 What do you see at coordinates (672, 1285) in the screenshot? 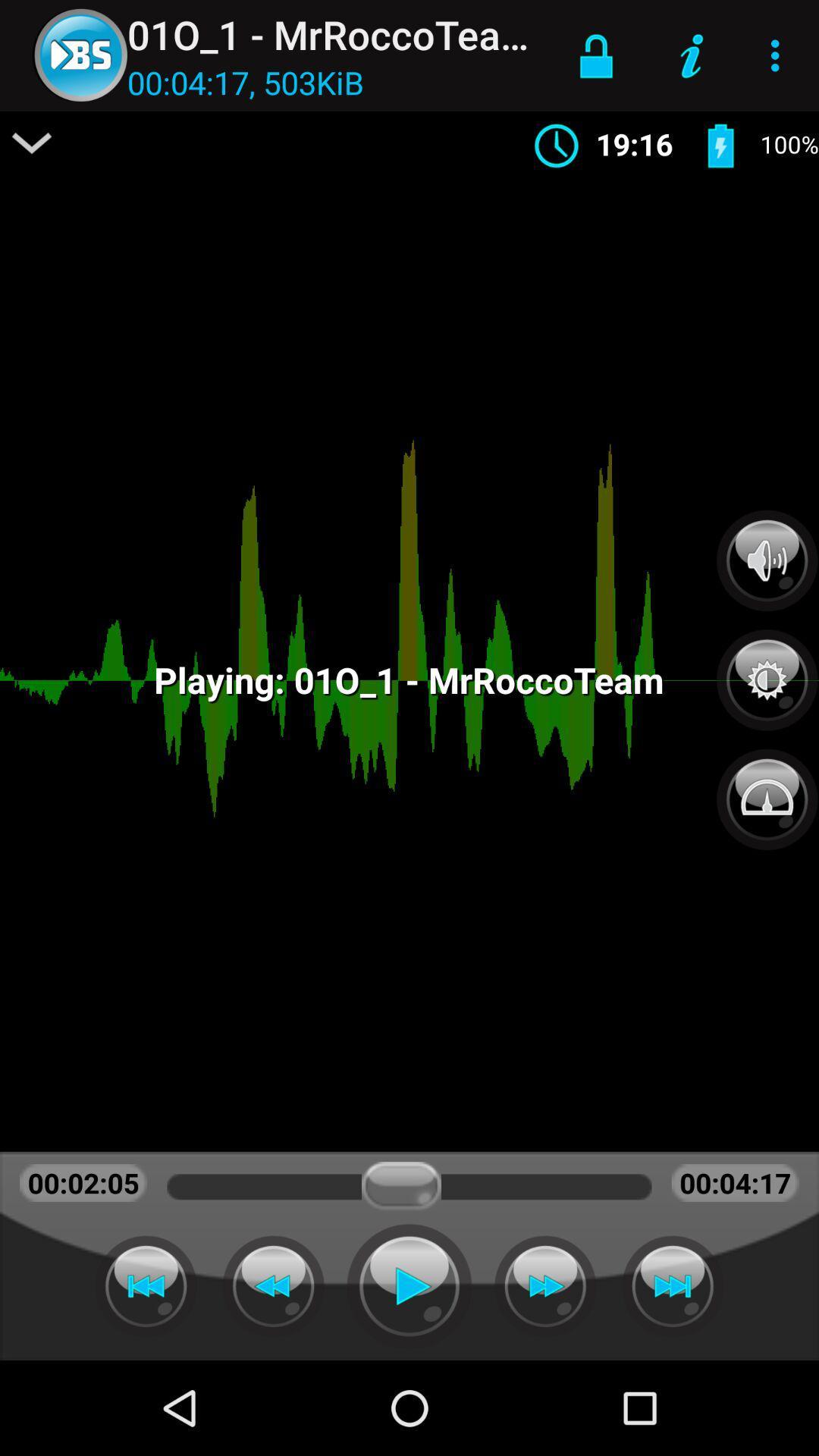
I see `forword button` at bounding box center [672, 1285].